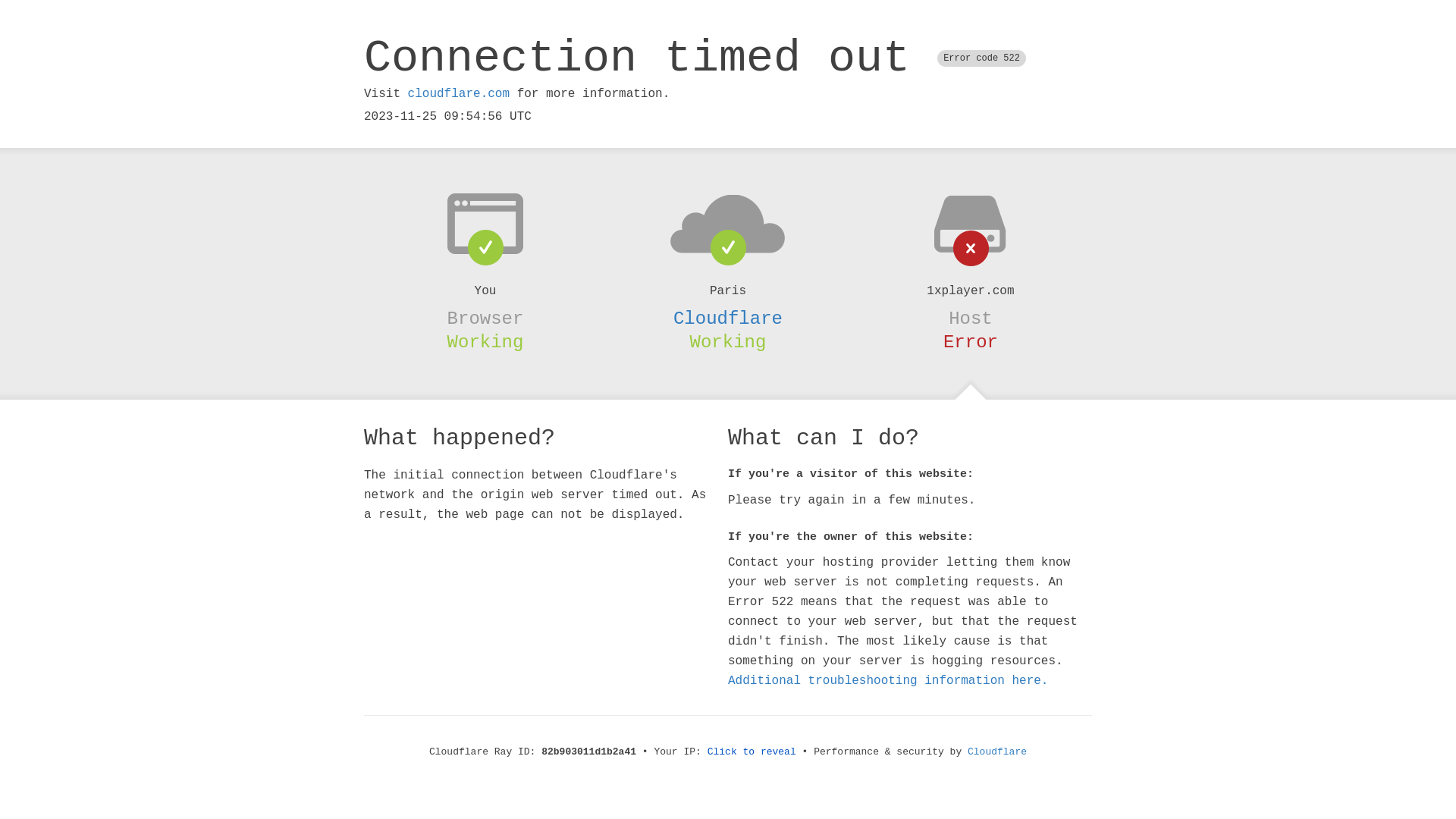 The height and width of the screenshot is (819, 1456). Describe the element at coordinates (457, 93) in the screenshot. I see `'cloudflare.com'` at that location.